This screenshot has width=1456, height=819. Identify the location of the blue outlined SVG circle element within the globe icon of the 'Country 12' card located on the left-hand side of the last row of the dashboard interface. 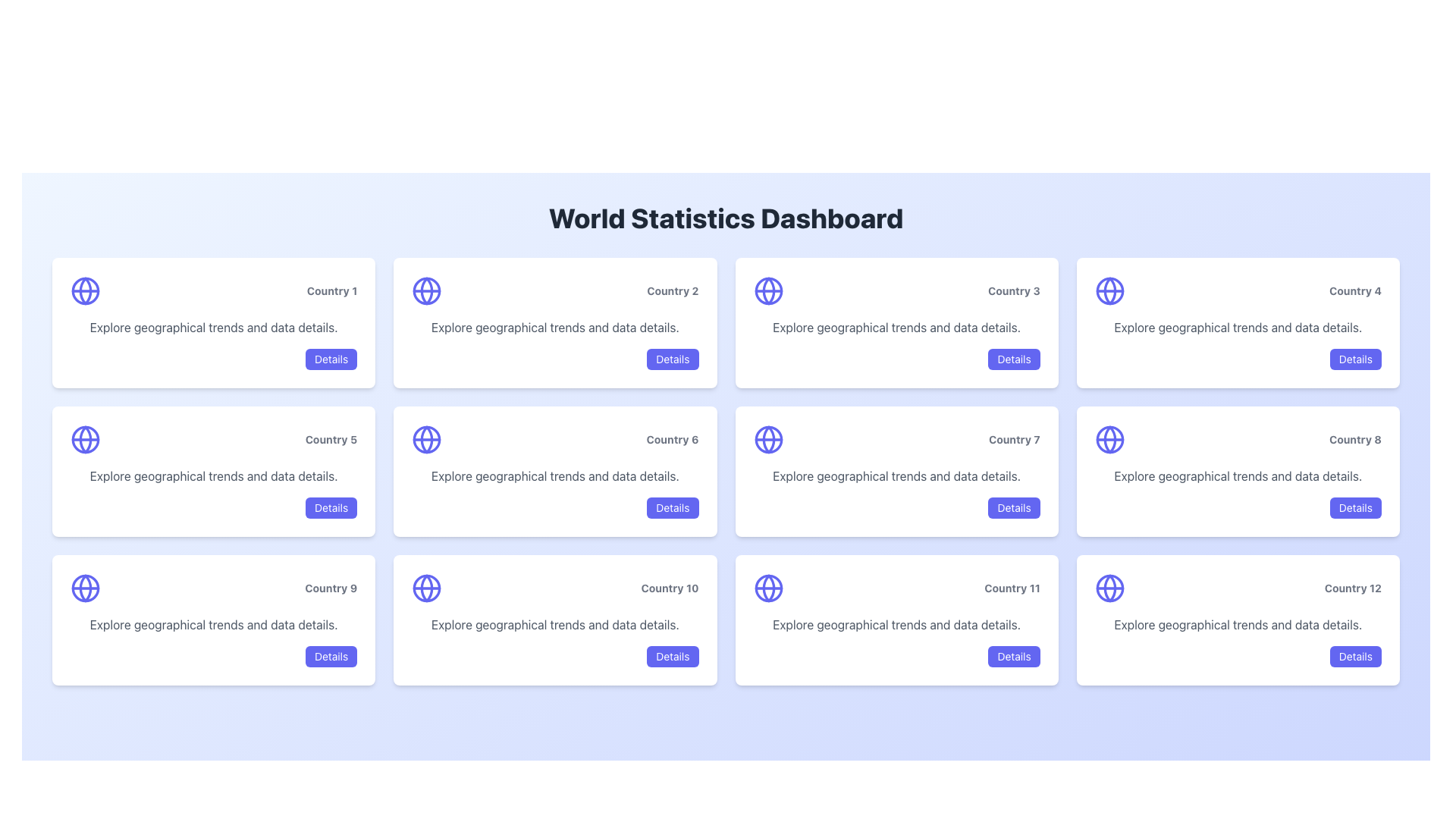
(1109, 587).